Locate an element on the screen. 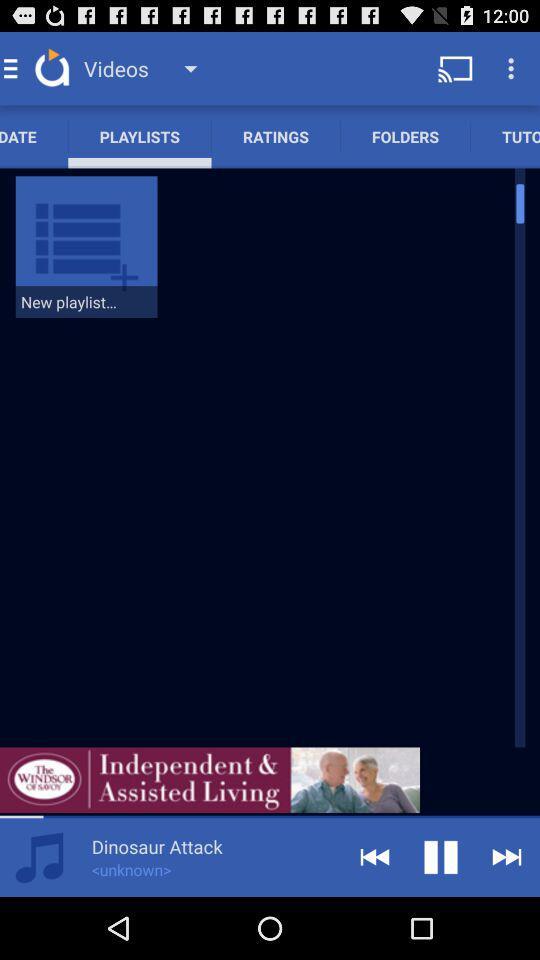 This screenshot has width=540, height=960. the pause icon is located at coordinates (441, 917).